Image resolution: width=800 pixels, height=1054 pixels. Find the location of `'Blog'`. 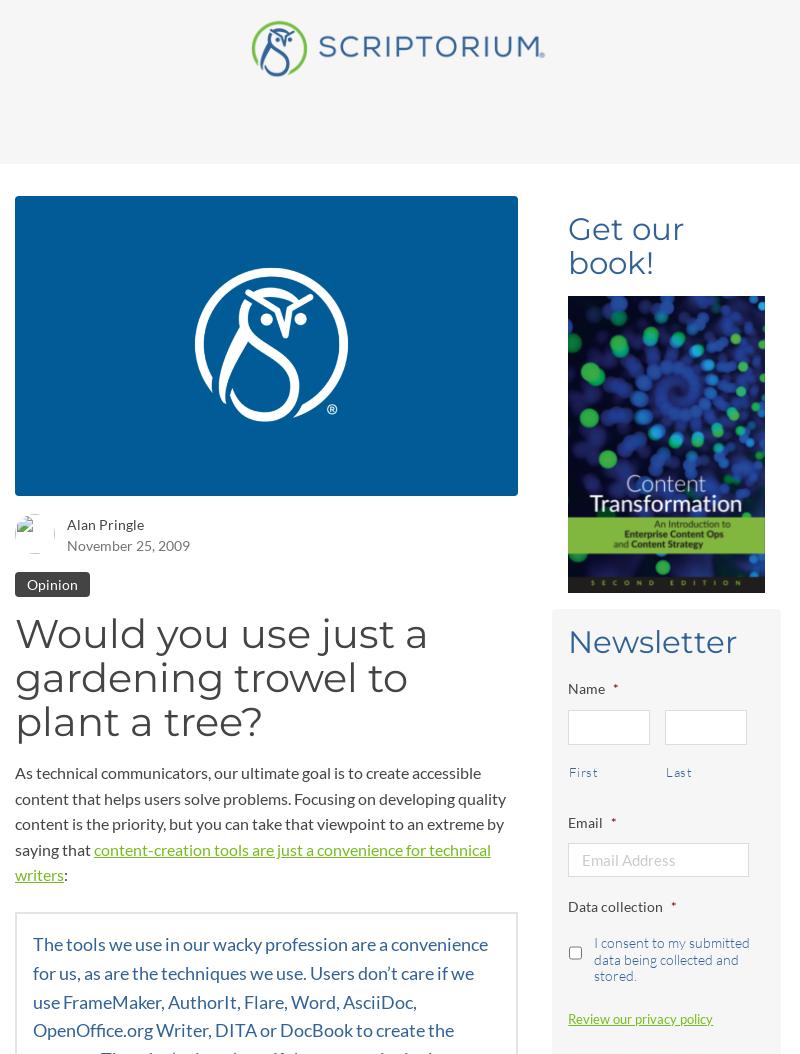

'Blog' is located at coordinates (282, 34).